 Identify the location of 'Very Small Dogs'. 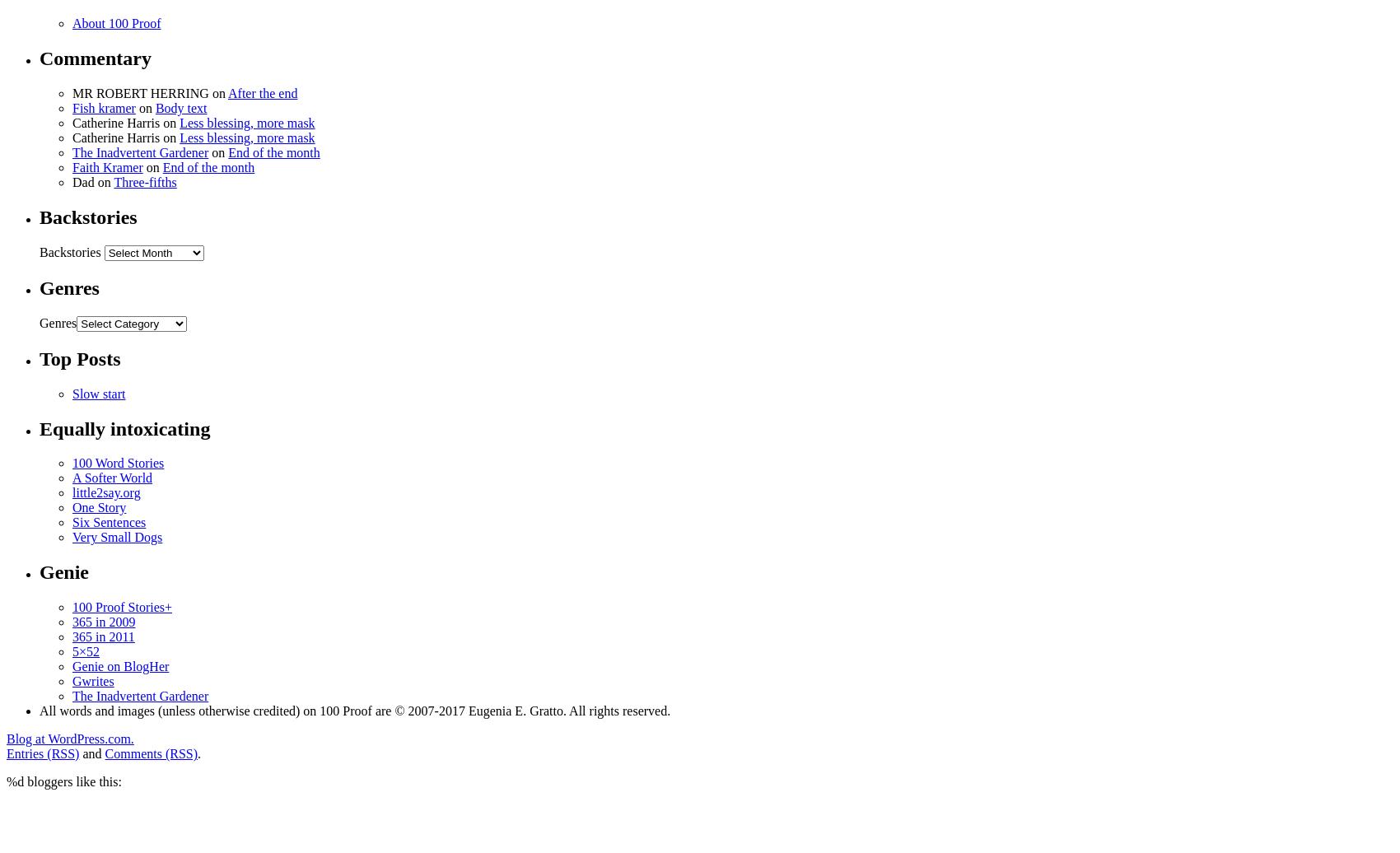
(116, 537).